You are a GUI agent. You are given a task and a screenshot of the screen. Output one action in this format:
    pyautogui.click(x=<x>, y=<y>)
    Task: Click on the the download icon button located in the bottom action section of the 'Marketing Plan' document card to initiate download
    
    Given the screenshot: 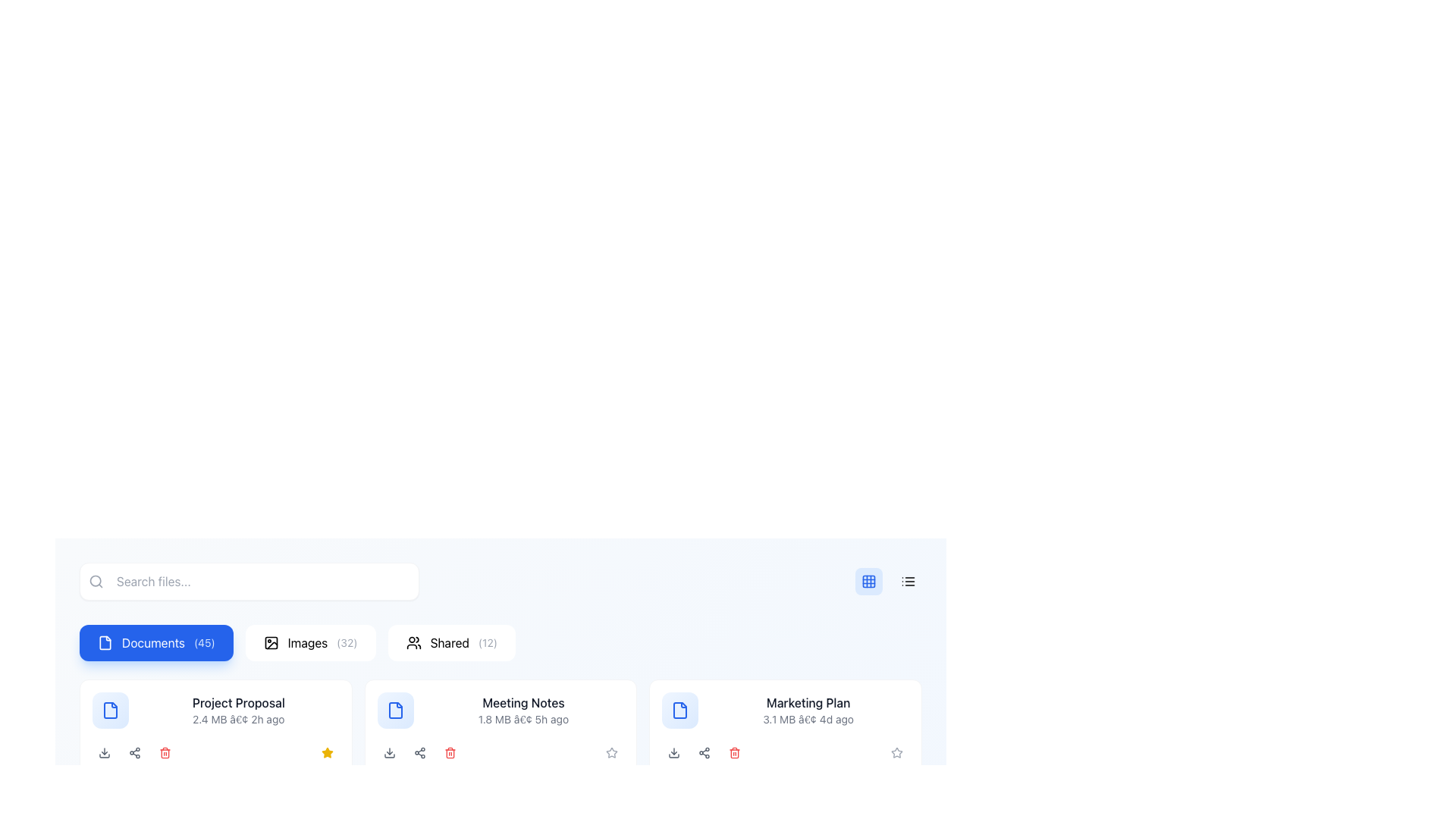 What is the action you would take?
    pyautogui.click(x=673, y=752)
    